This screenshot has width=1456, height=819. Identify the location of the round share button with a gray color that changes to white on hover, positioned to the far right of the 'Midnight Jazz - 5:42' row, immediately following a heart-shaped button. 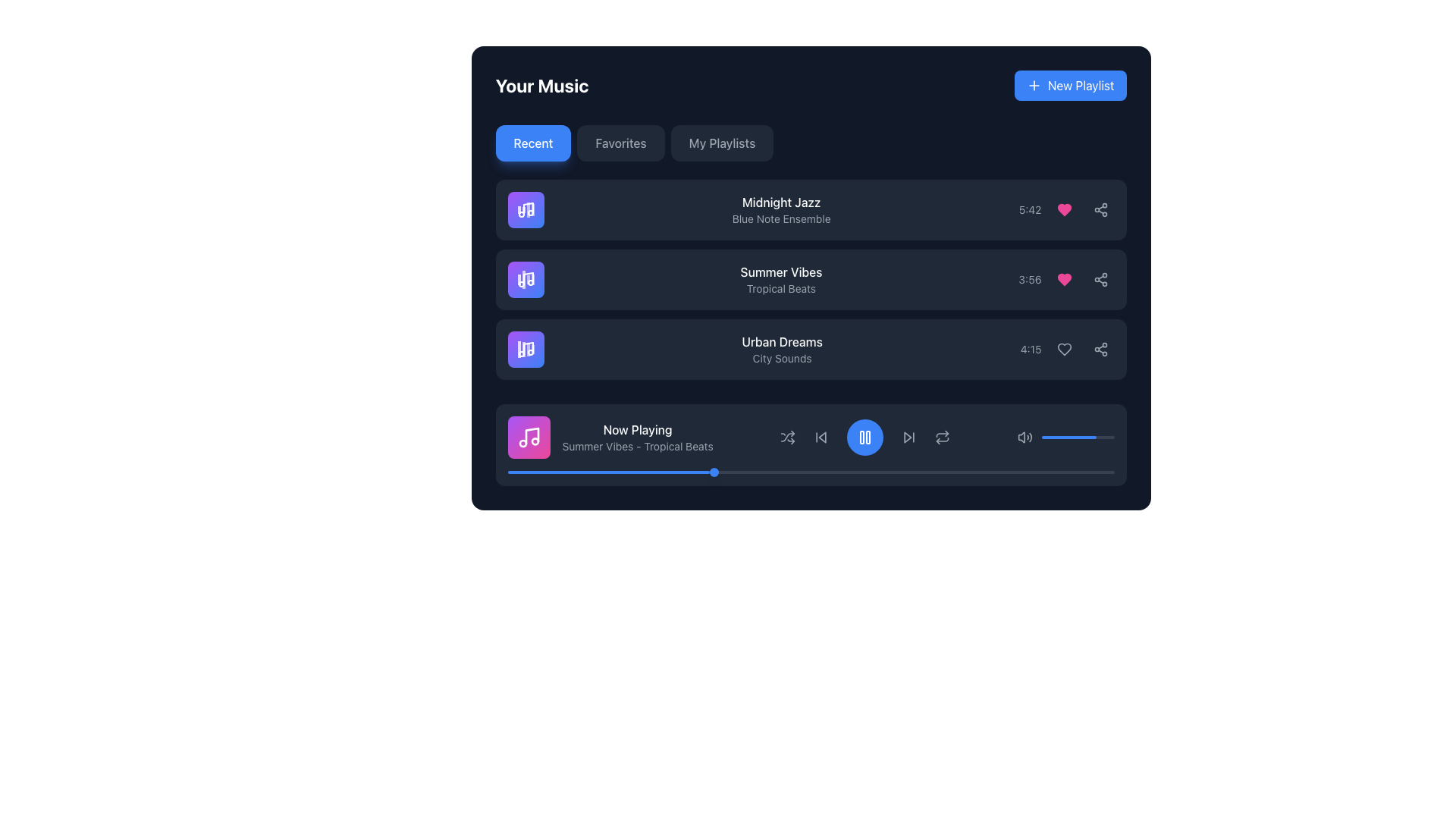
(1100, 210).